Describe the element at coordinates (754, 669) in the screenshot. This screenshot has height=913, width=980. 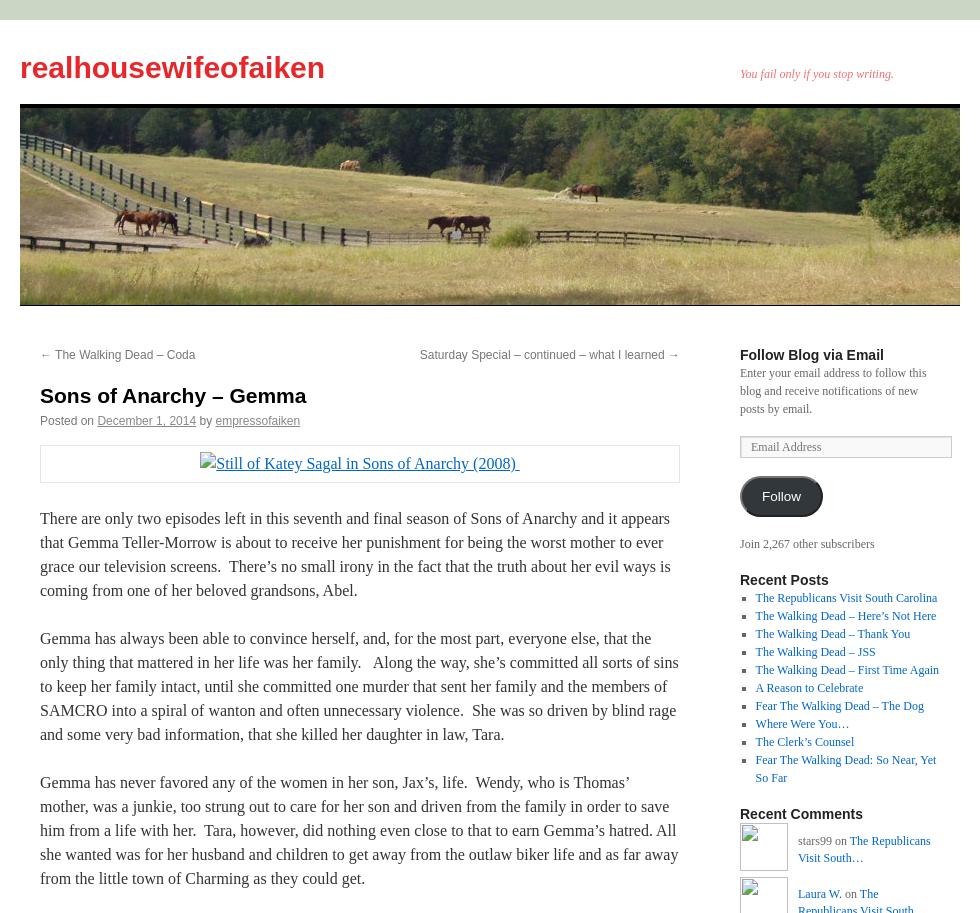
I see `'The Walking Dead – First Time Again'` at that location.